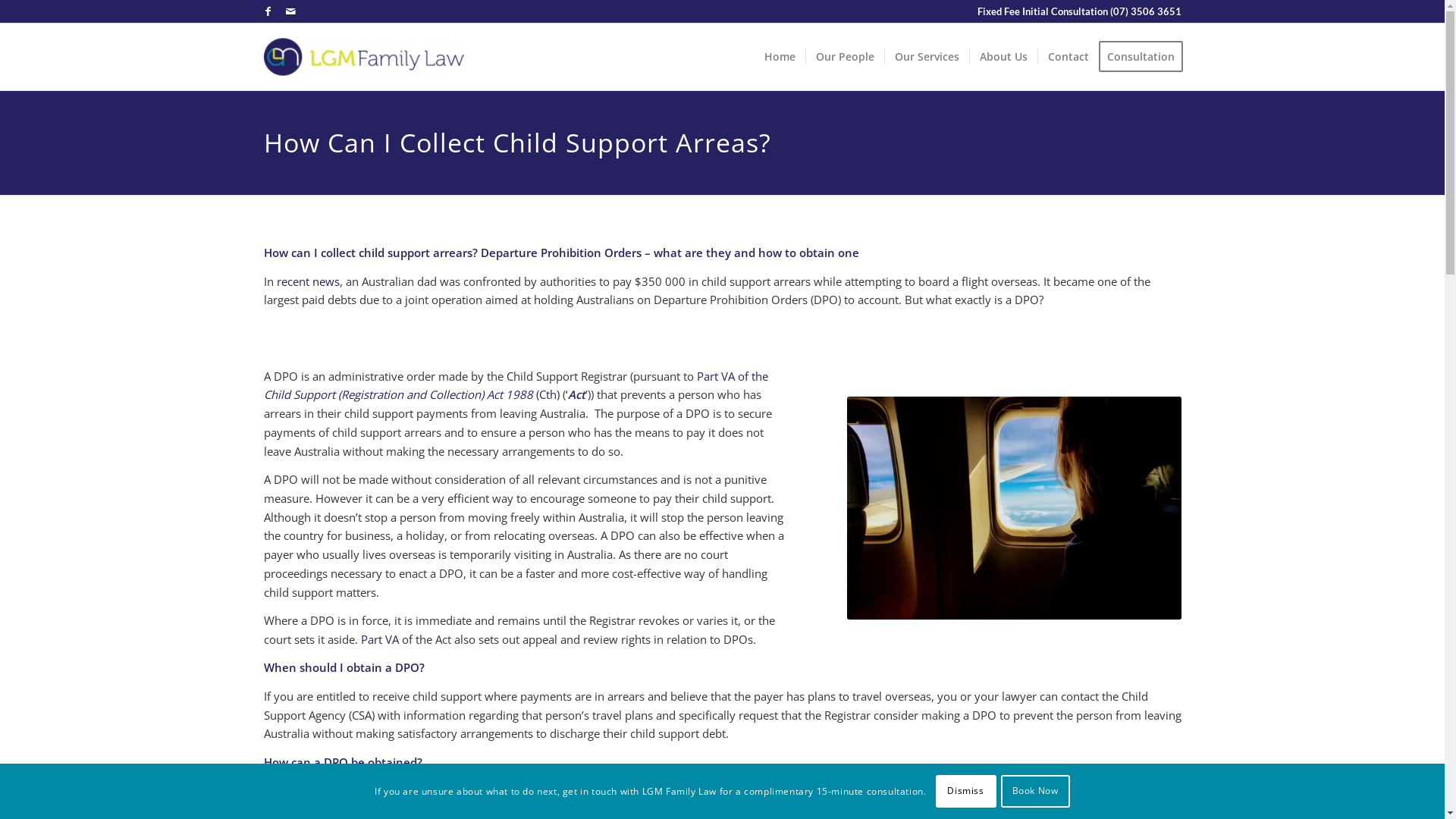  What do you see at coordinates (965, 789) in the screenshot?
I see `'Dismiss'` at bounding box center [965, 789].